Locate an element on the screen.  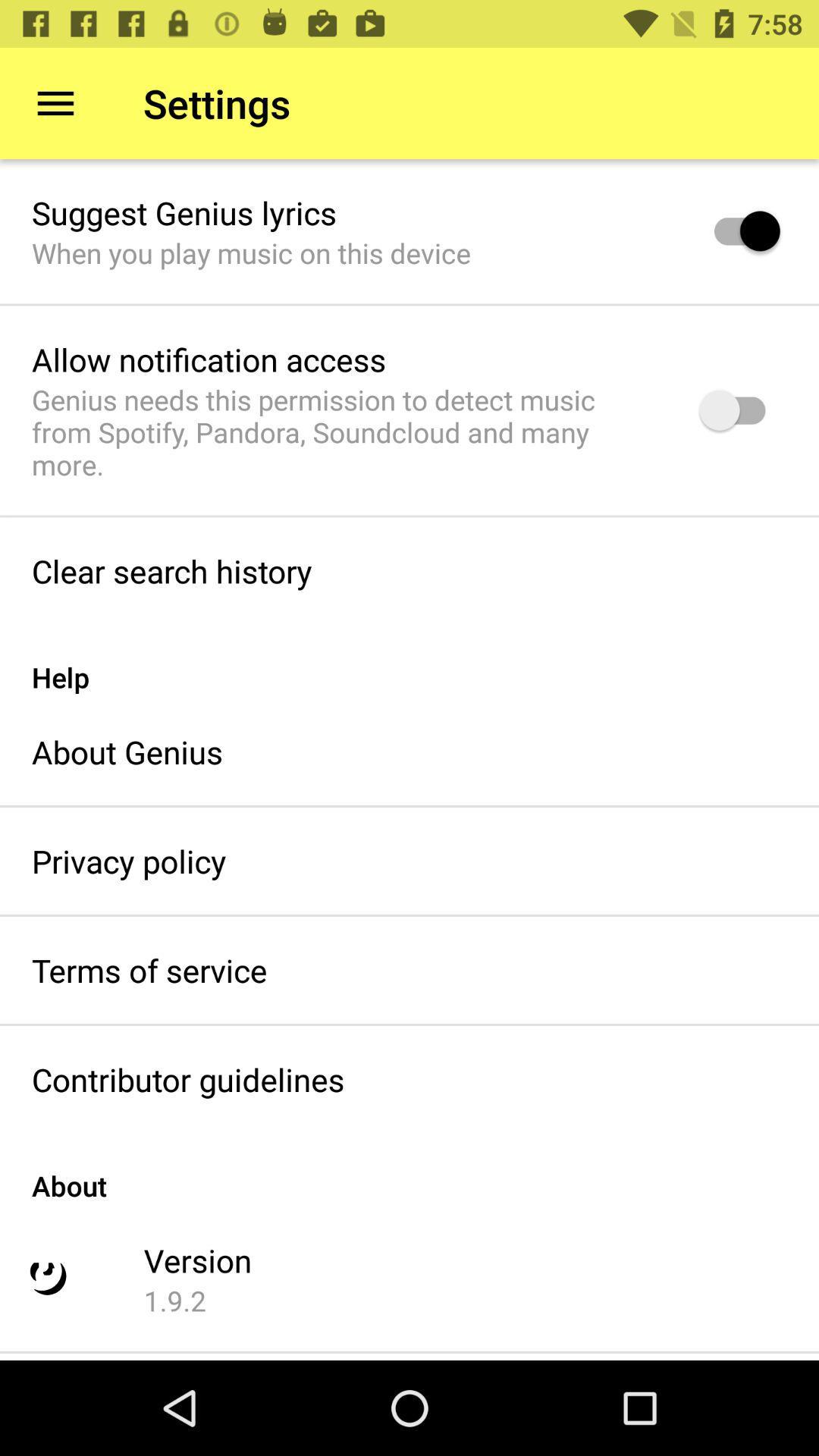
the privacy policy item is located at coordinates (128, 861).